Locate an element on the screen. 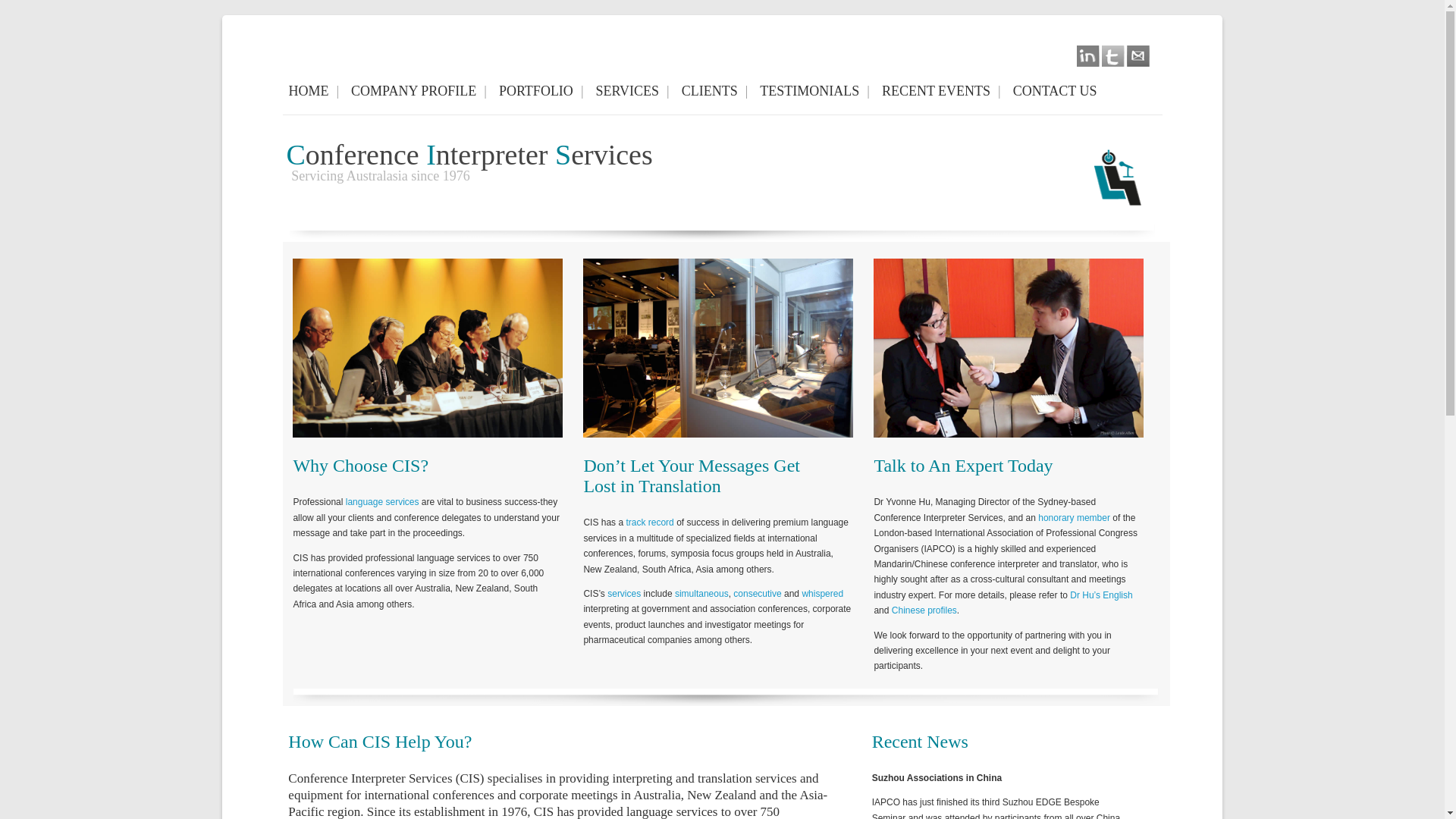 The image size is (1456, 819). 'CONTACT US' is located at coordinates (1058, 91).